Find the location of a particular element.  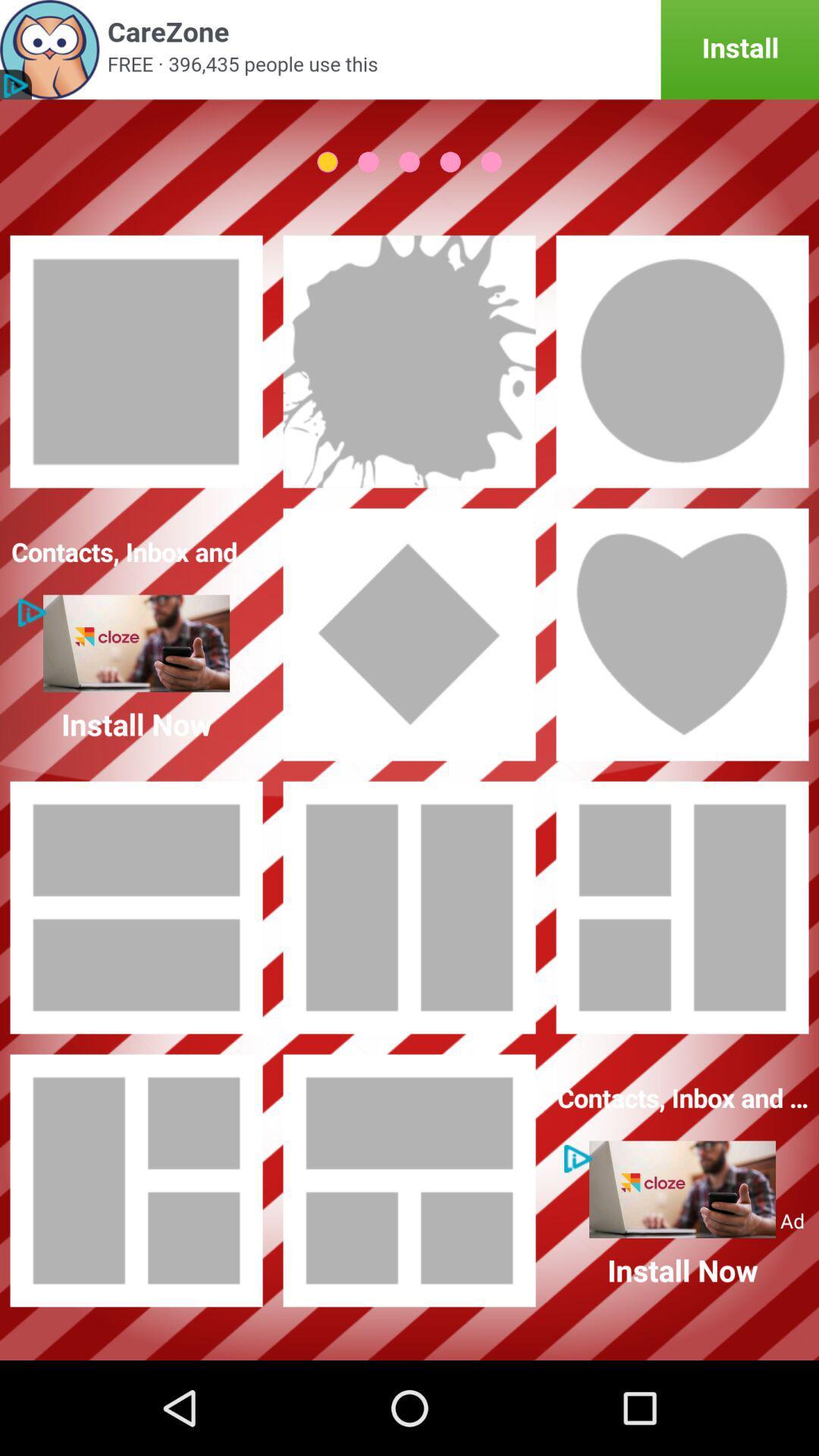

2 column collage is located at coordinates (409, 907).